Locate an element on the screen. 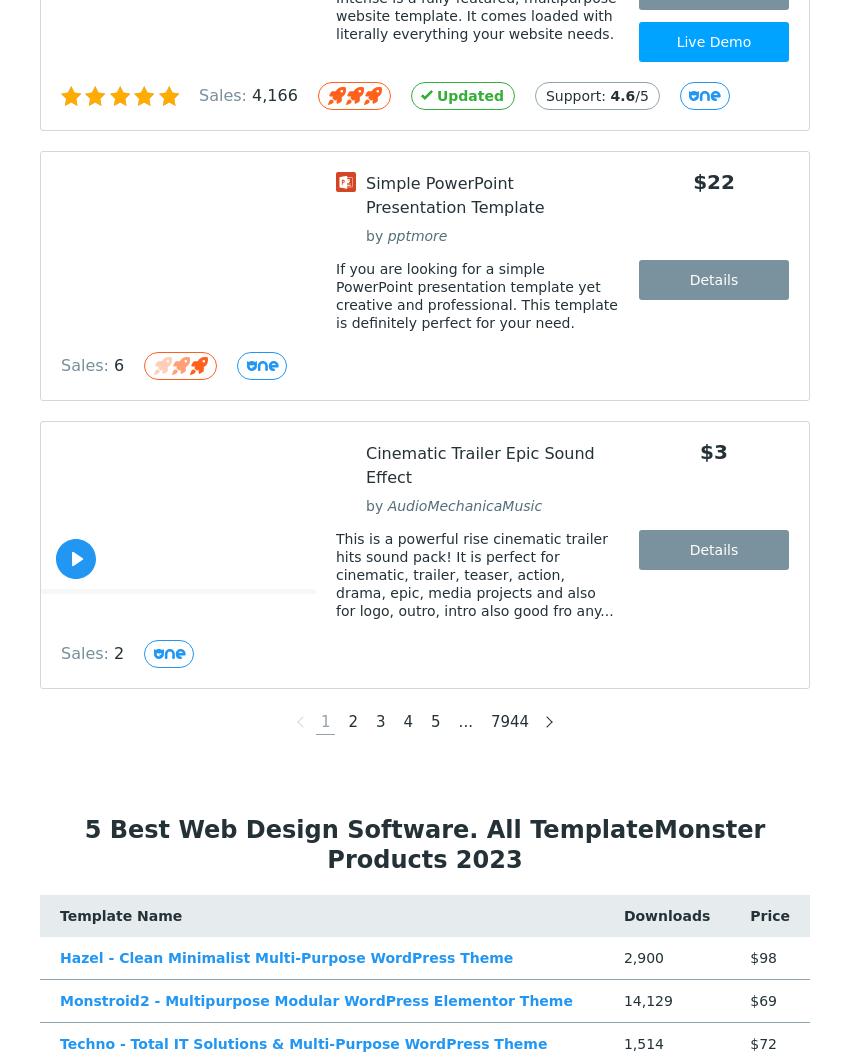 The height and width of the screenshot is (1064, 850). 'Template Name' is located at coordinates (60, 915).